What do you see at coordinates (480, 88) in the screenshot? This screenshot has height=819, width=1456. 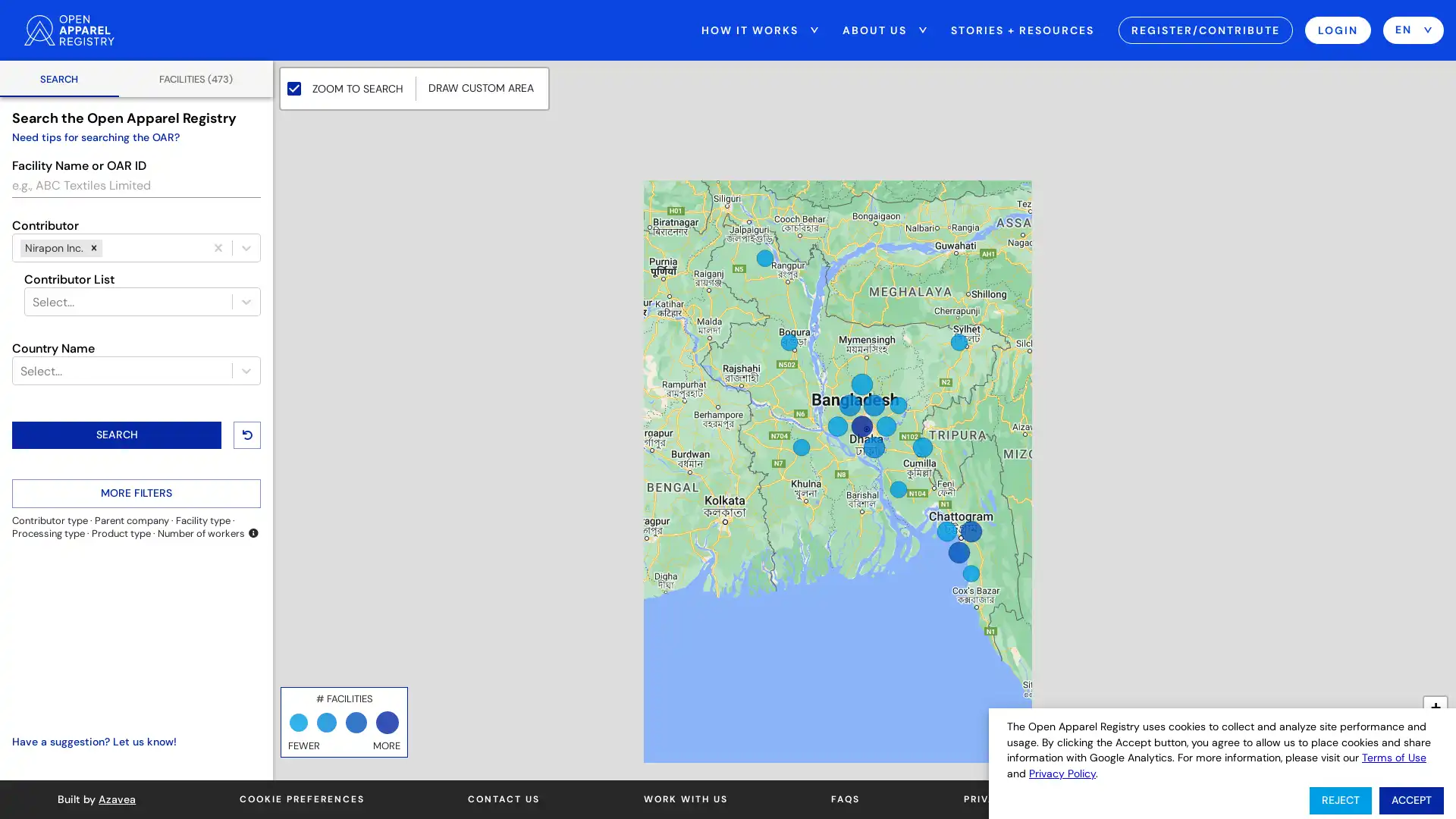 I see `DRAW CUSTOM AREA` at bounding box center [480, 88].